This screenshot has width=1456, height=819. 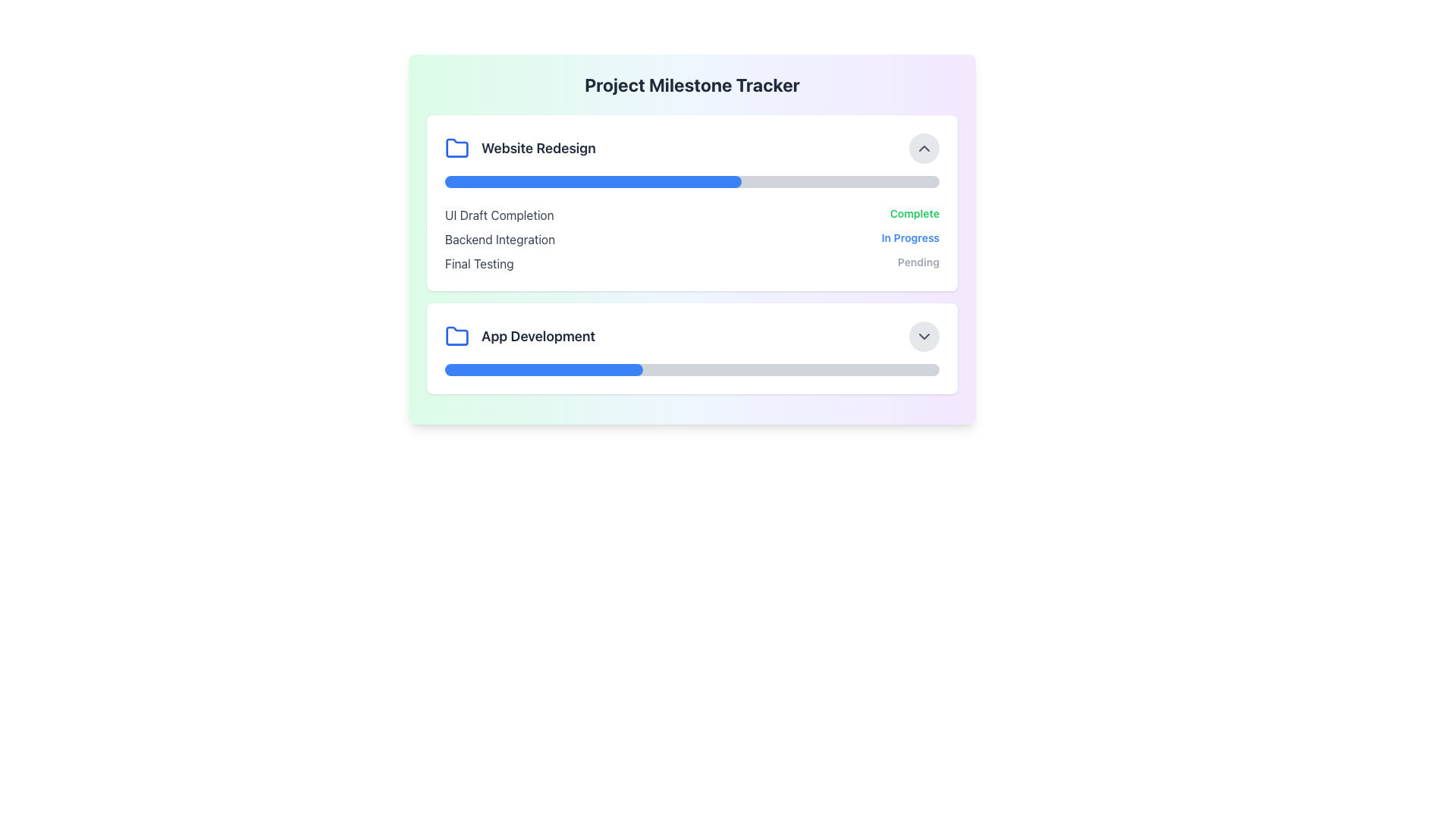 What do you see at coordinates (500, 239) in the screenshot?
I see `the text label displaying the task name in the project tracking interface, located under 'Website Redesign', specifically the second item between 'UI Draft Completion' and 'Final Testing'` at bounding box center [500, 239].